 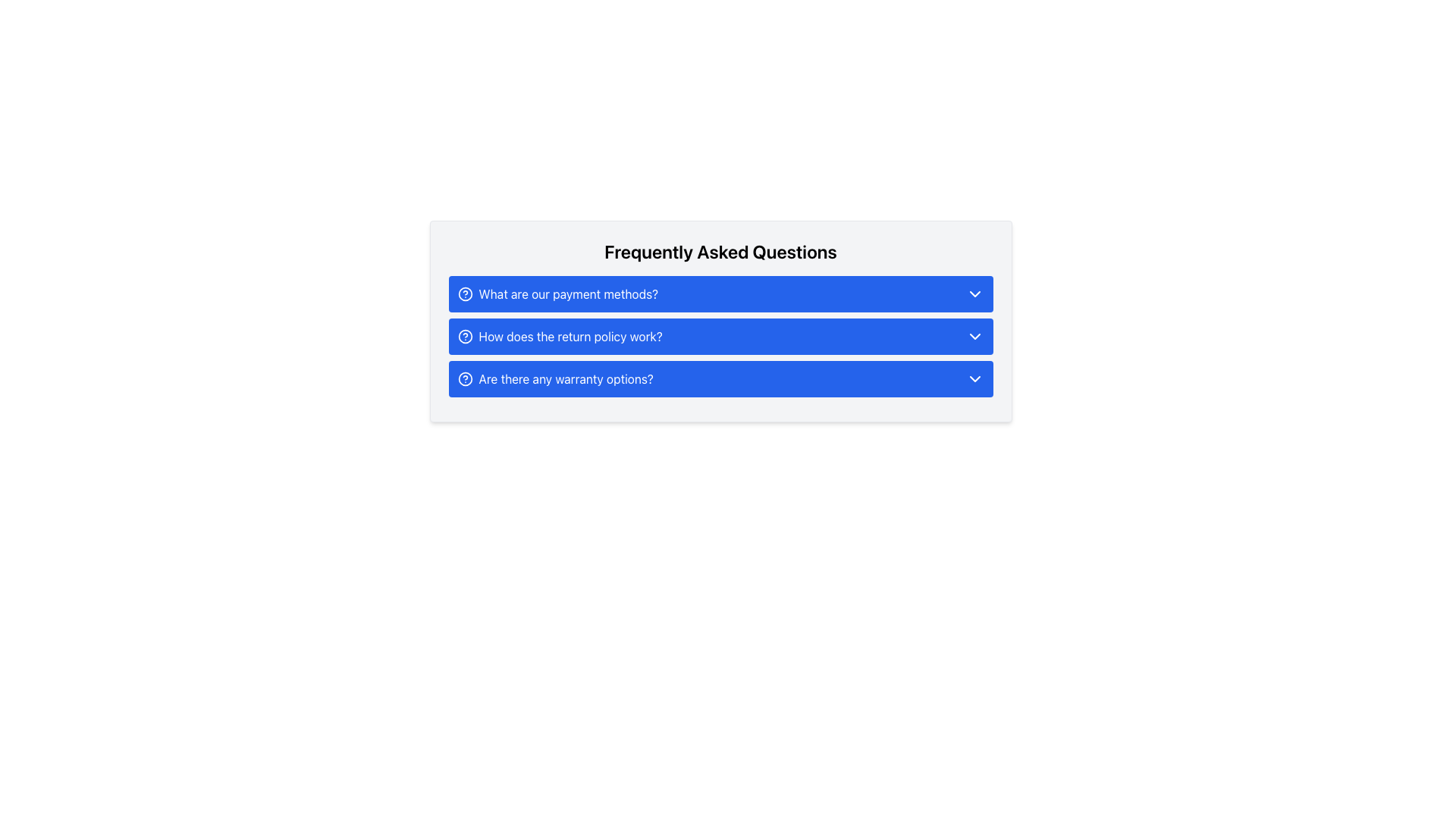 What do you see at coordinates (464, 378) in the screenshot?
I see `the circular question mark icon located within the blue button labeled 'Are there any warranty options?', which is the leftmost element` at bounding box center [464, 378].